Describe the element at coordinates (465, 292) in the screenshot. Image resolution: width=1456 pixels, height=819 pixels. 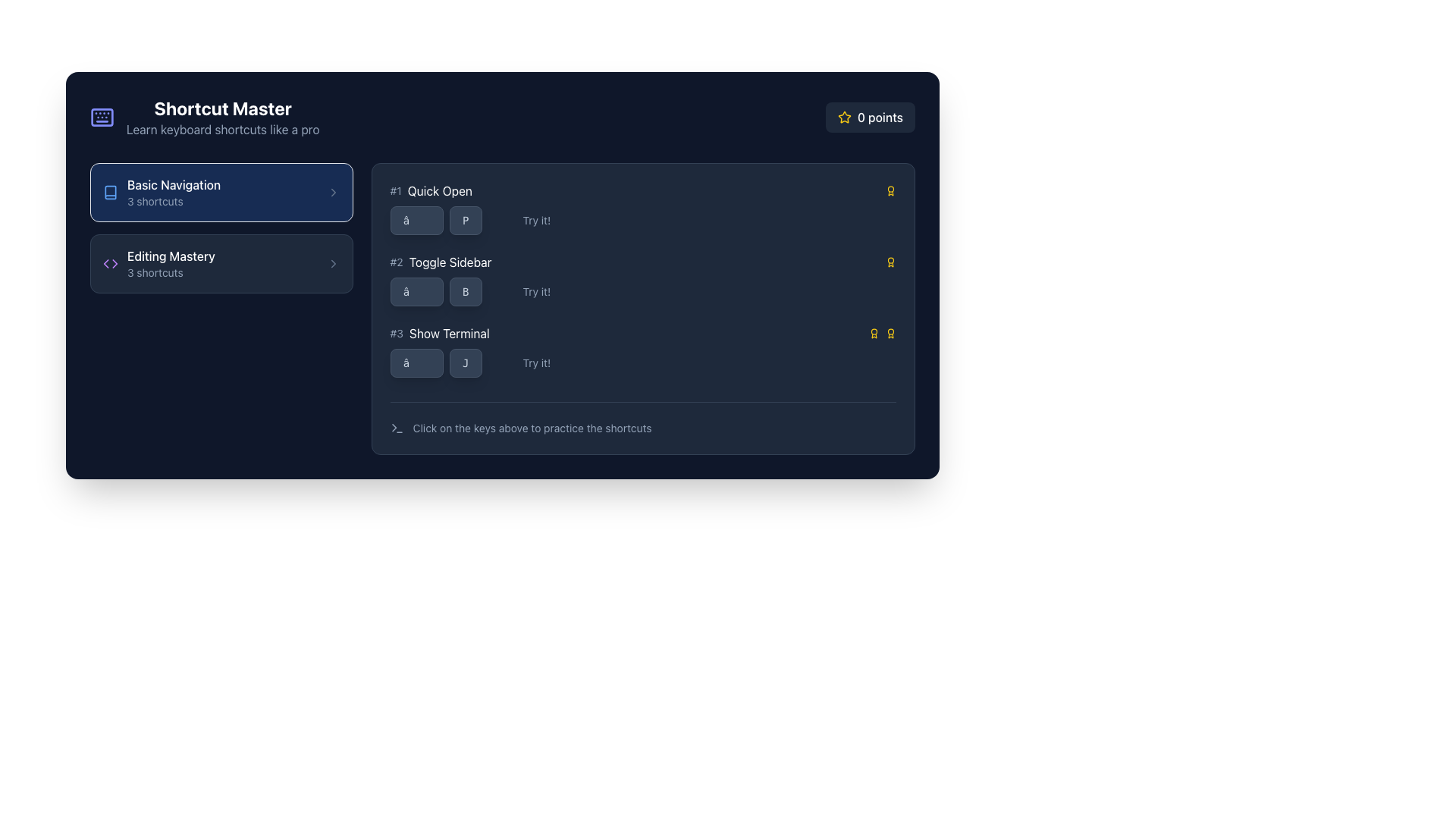
I see `the 'Toggle Sidebar' button, which is the second button in a horizontal arrangement of two similar buttons in the interface's shortcut section` at that location.